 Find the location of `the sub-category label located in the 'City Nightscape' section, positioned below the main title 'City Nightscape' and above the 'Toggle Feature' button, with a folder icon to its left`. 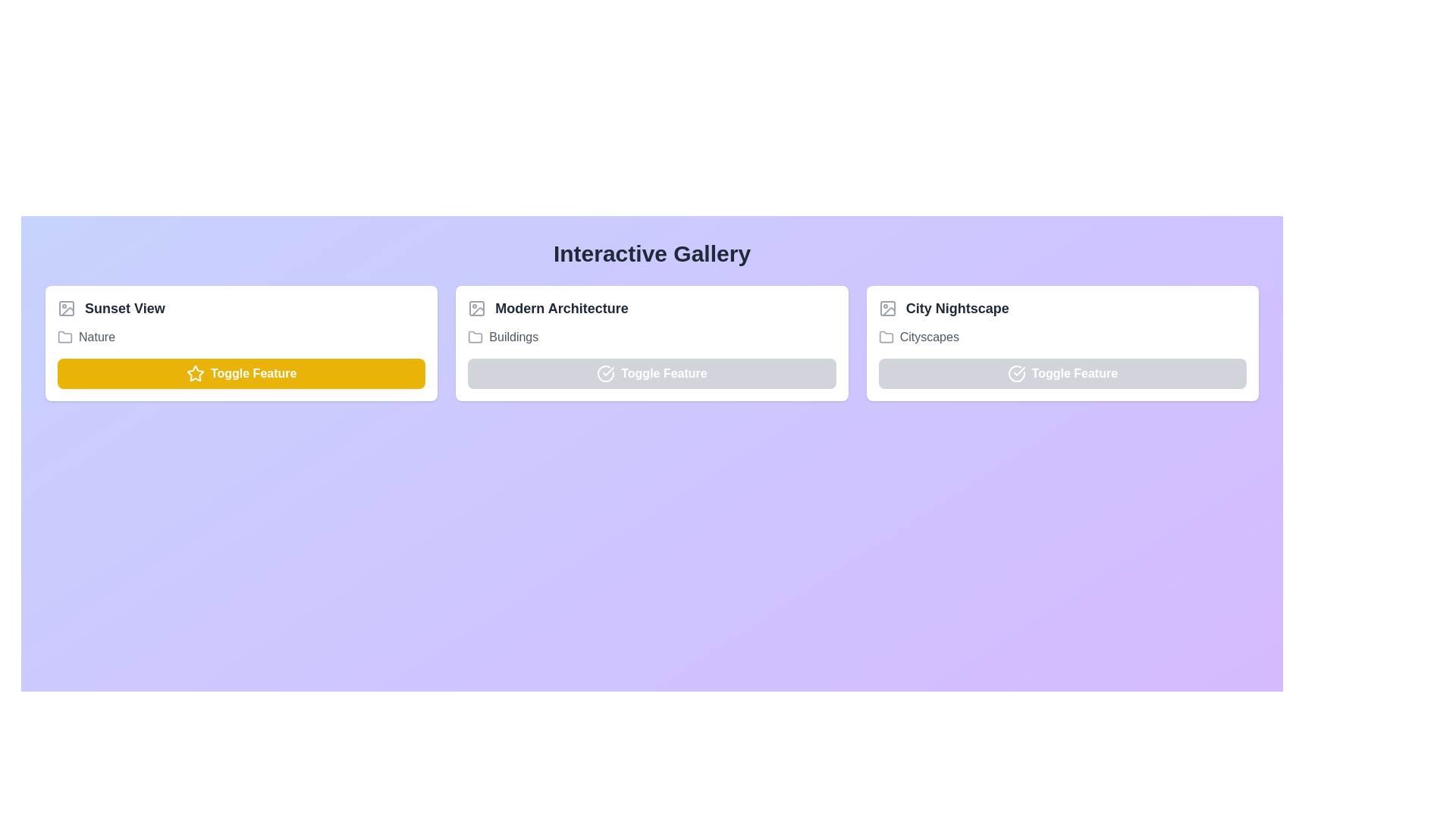

the sub-category label located in the 'City Nightscape' section, positioned below the main title 'City Nightscape' and above the 'Toggle Feature' button, with a folder icon to its left is located at coordinates (1062, 336).